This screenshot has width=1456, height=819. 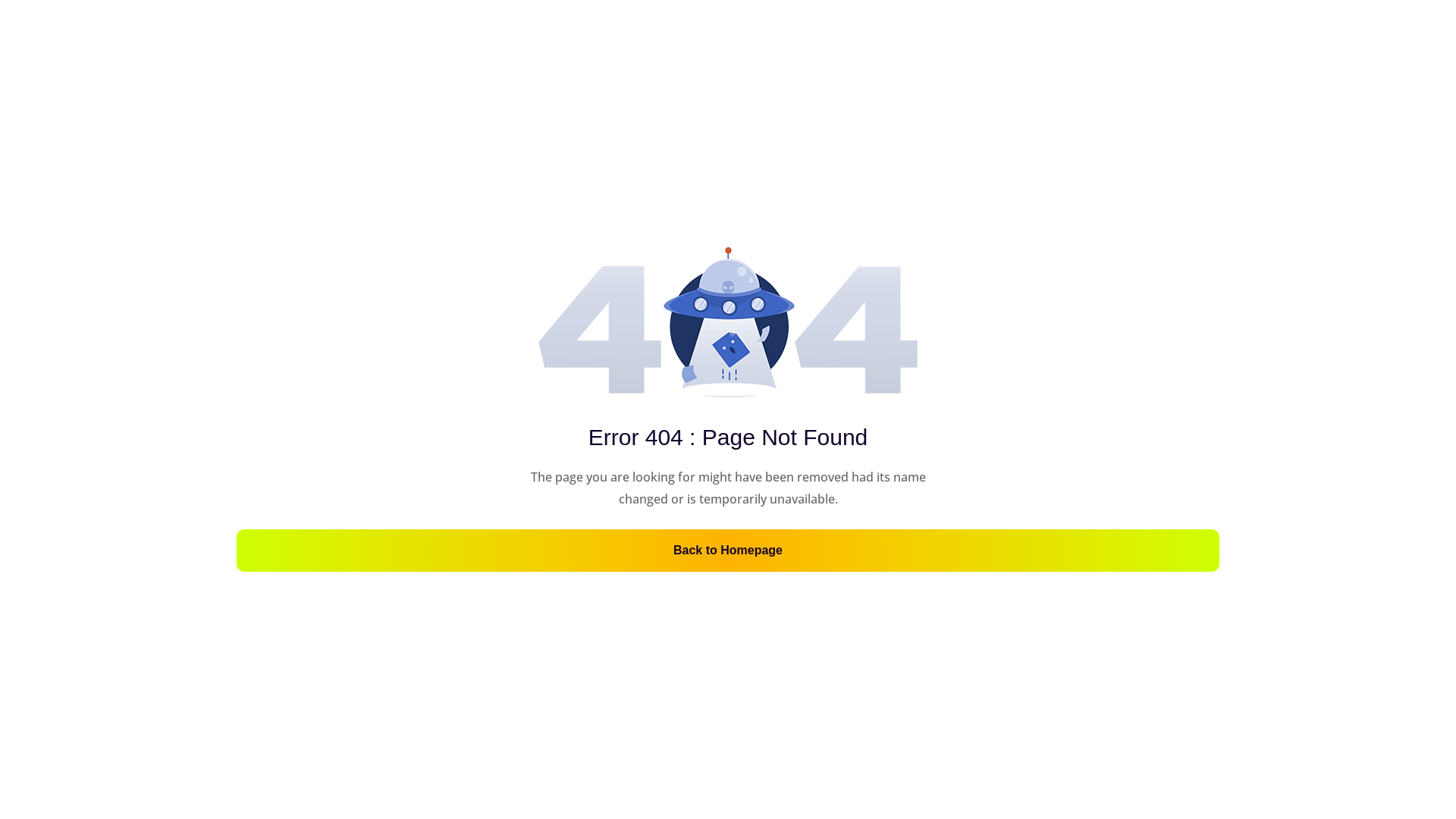 I want to click on 'Back to Homepage', so click(x=728, y=550).